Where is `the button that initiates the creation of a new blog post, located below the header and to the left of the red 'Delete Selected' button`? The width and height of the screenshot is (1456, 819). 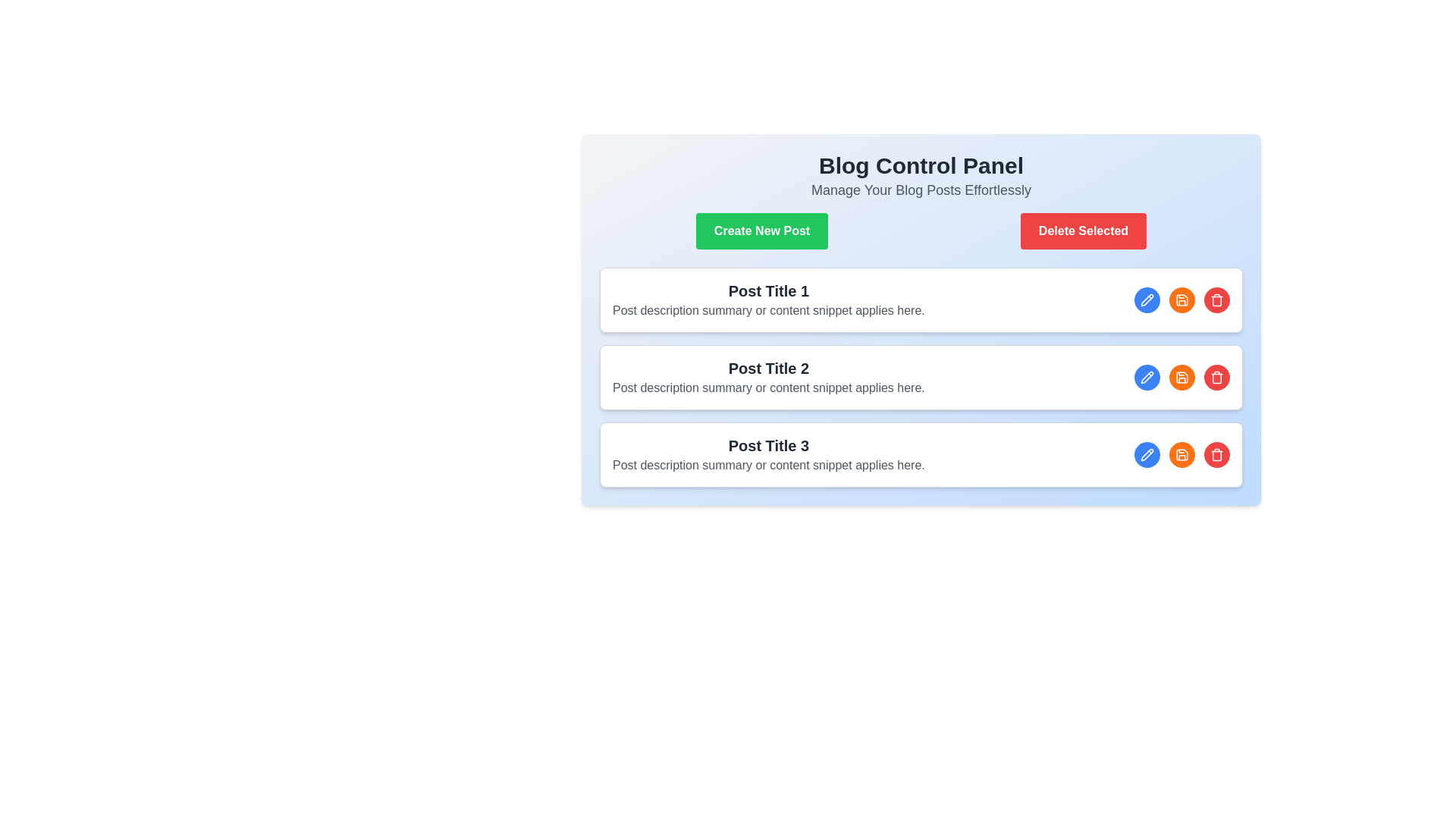 the button that initiates the creation of a new blog post, located below the header and to the left of the red 'Delete Selected' button is located at coordinates (761, 231).